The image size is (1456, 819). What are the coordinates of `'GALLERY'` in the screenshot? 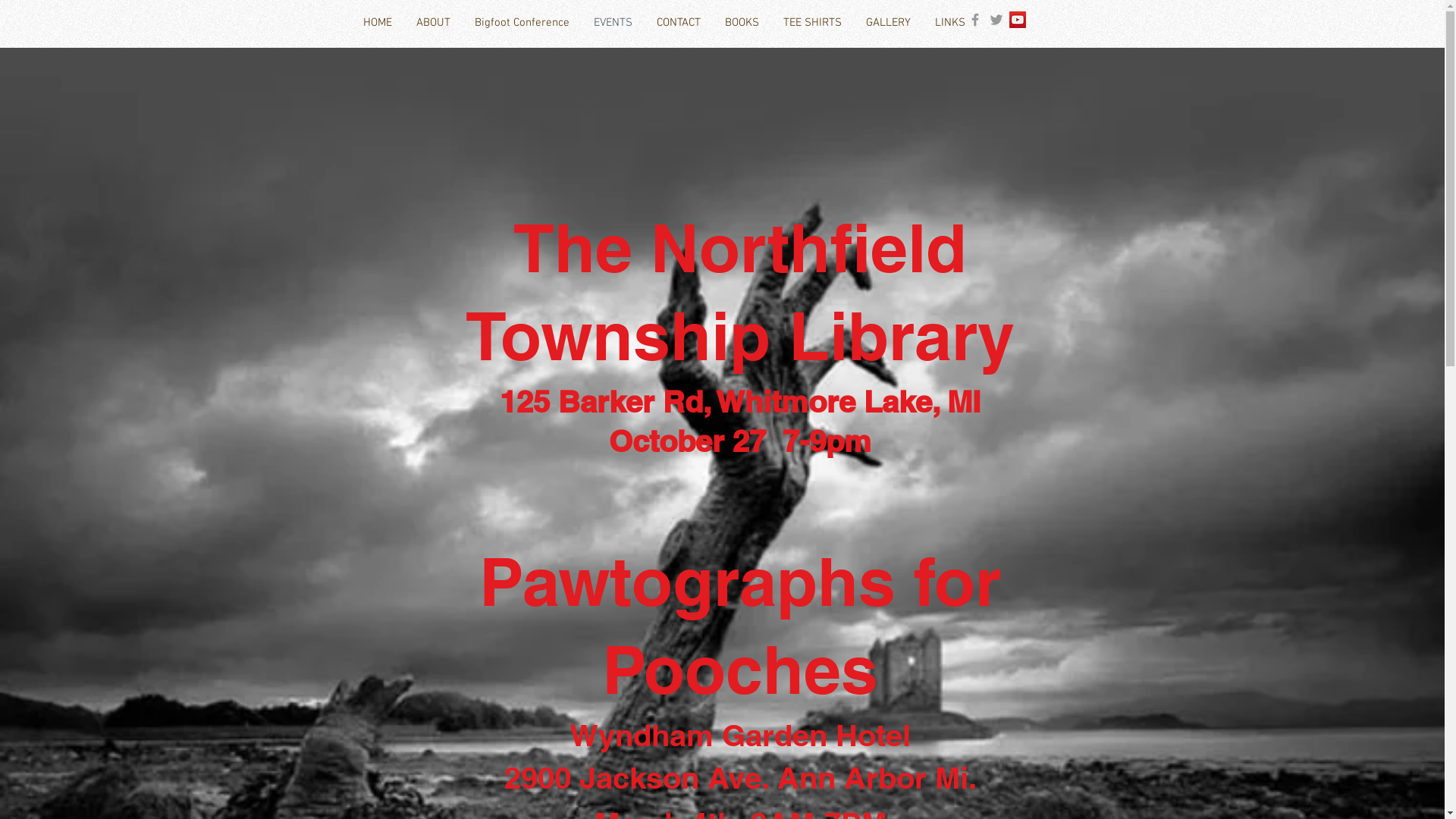 It's located at (854, 23).